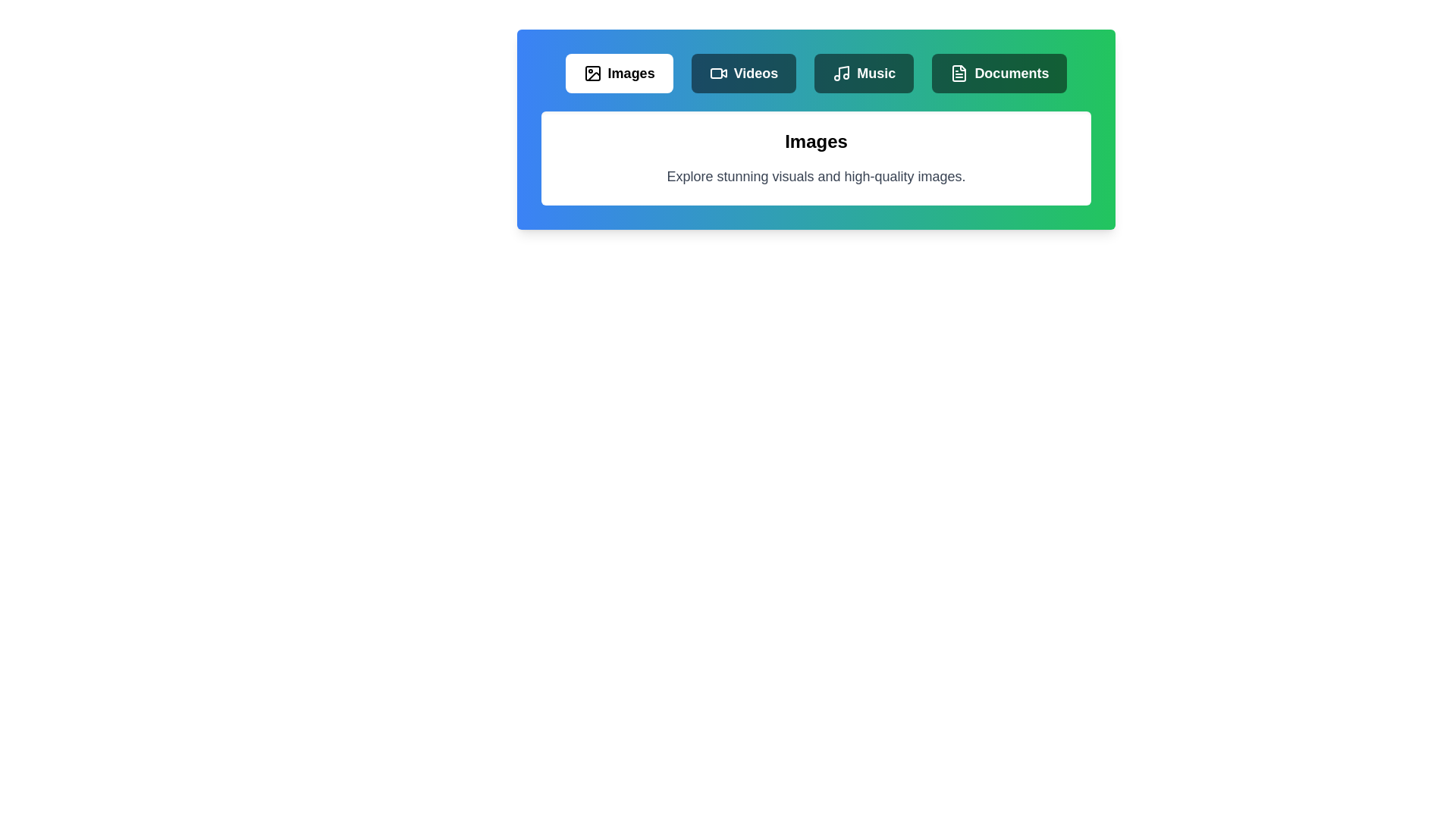 The image size is (1456, 819). Describe the element at coordinates (864, 73) in the screenshot. I see `the Music tab` at that location.